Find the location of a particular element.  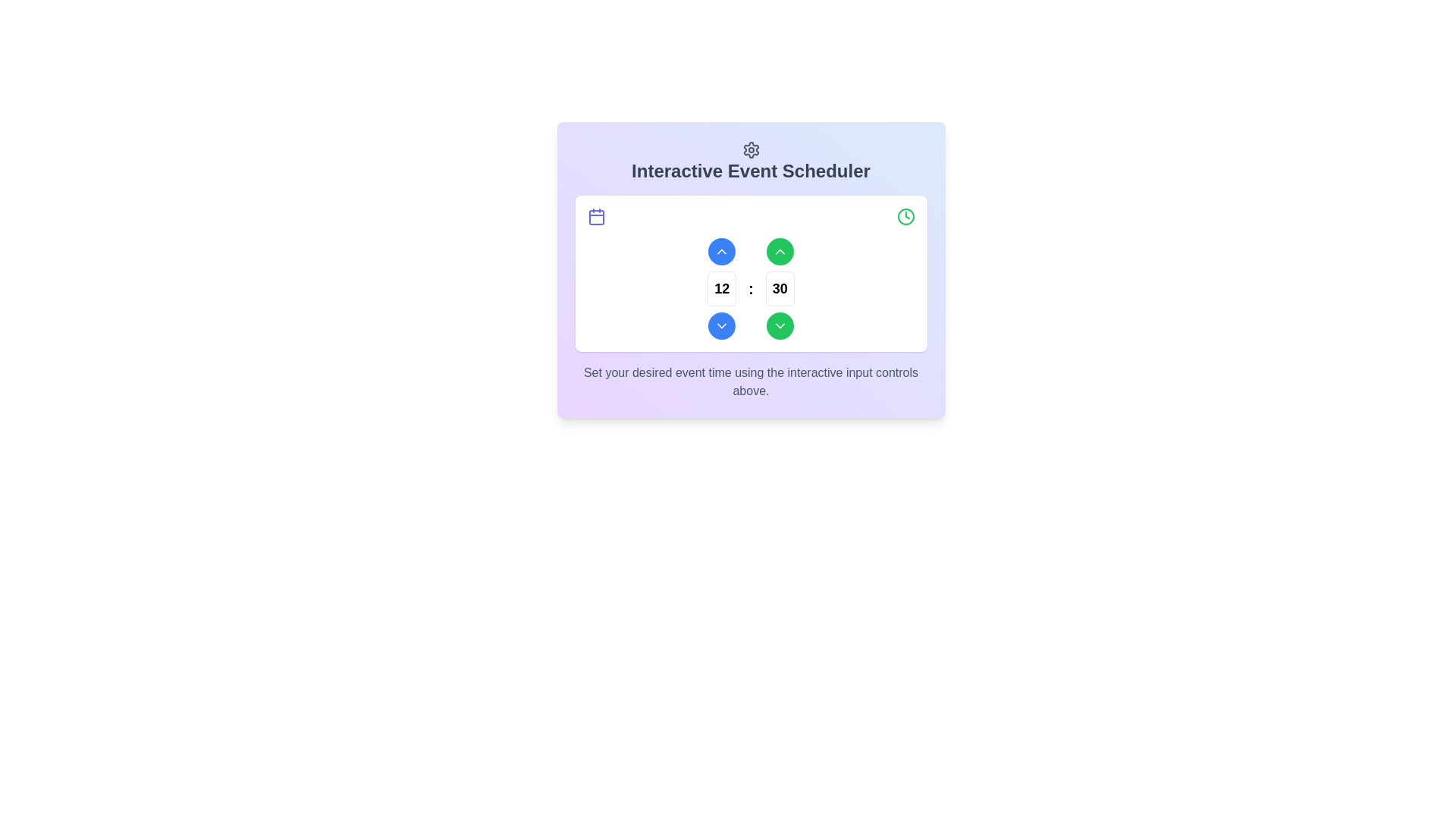

the highlighted label displaying the number '30', which is styled with a bold font and enclosed in a bordered box, located to the right of a ':' character and adjacent to the number '12' in the time setting interface is located at coordinates (780, 288).